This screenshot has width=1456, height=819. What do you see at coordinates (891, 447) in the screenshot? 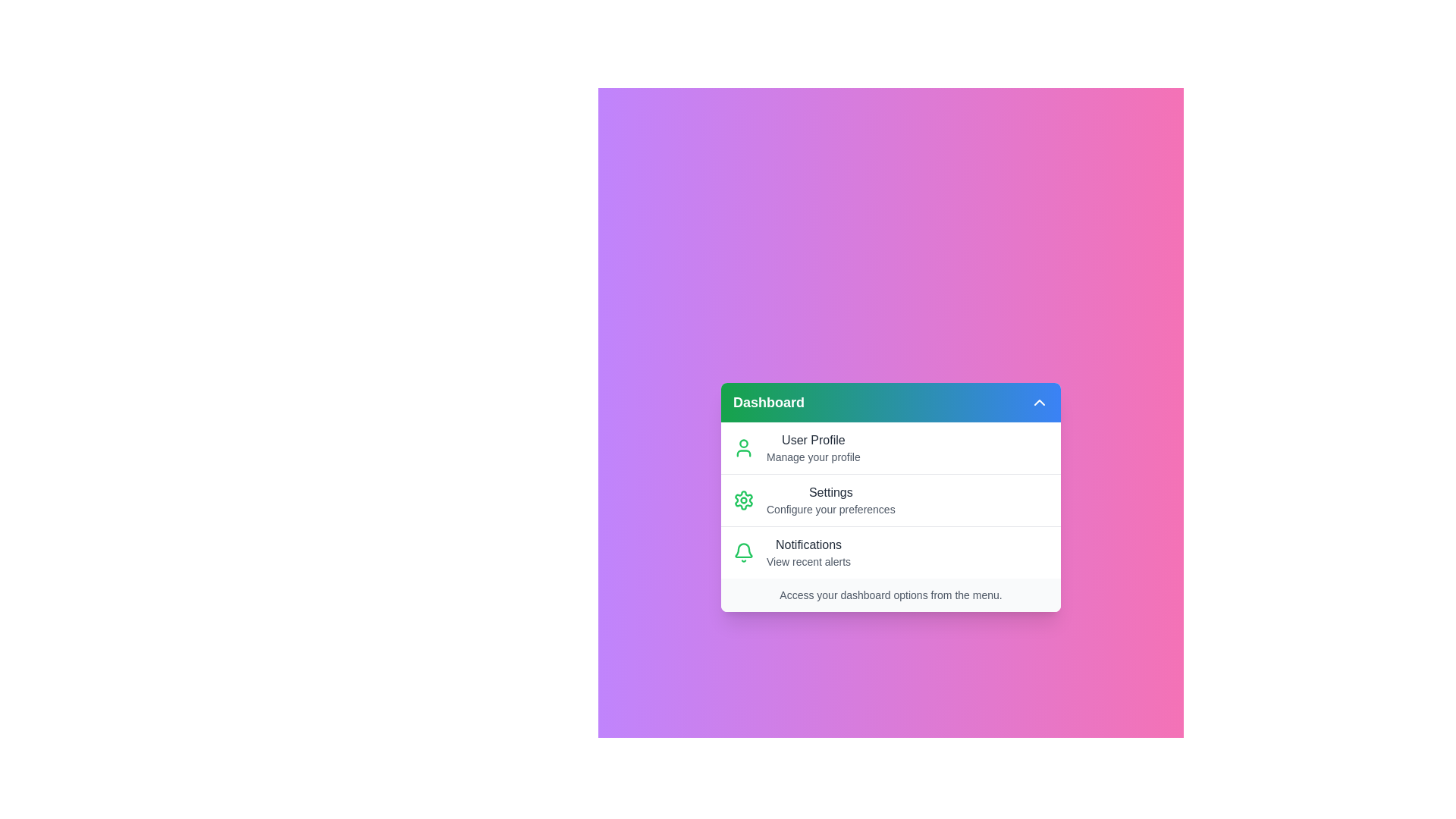
I see `the menu option User Profile to select it` at bounding box center [891, 447].